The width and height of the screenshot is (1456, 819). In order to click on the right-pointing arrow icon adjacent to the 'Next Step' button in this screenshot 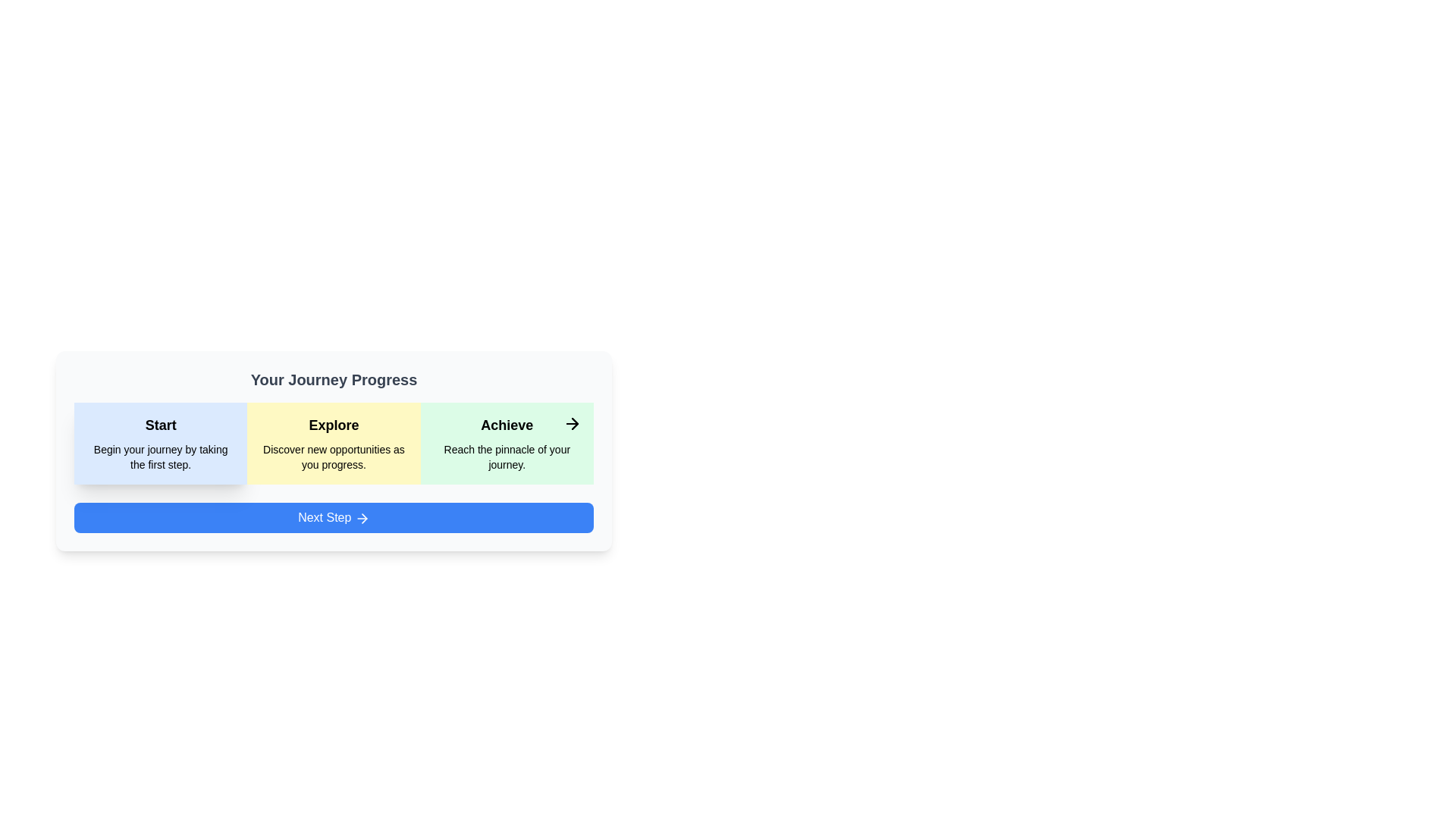, I will do `click(364, 517)`.